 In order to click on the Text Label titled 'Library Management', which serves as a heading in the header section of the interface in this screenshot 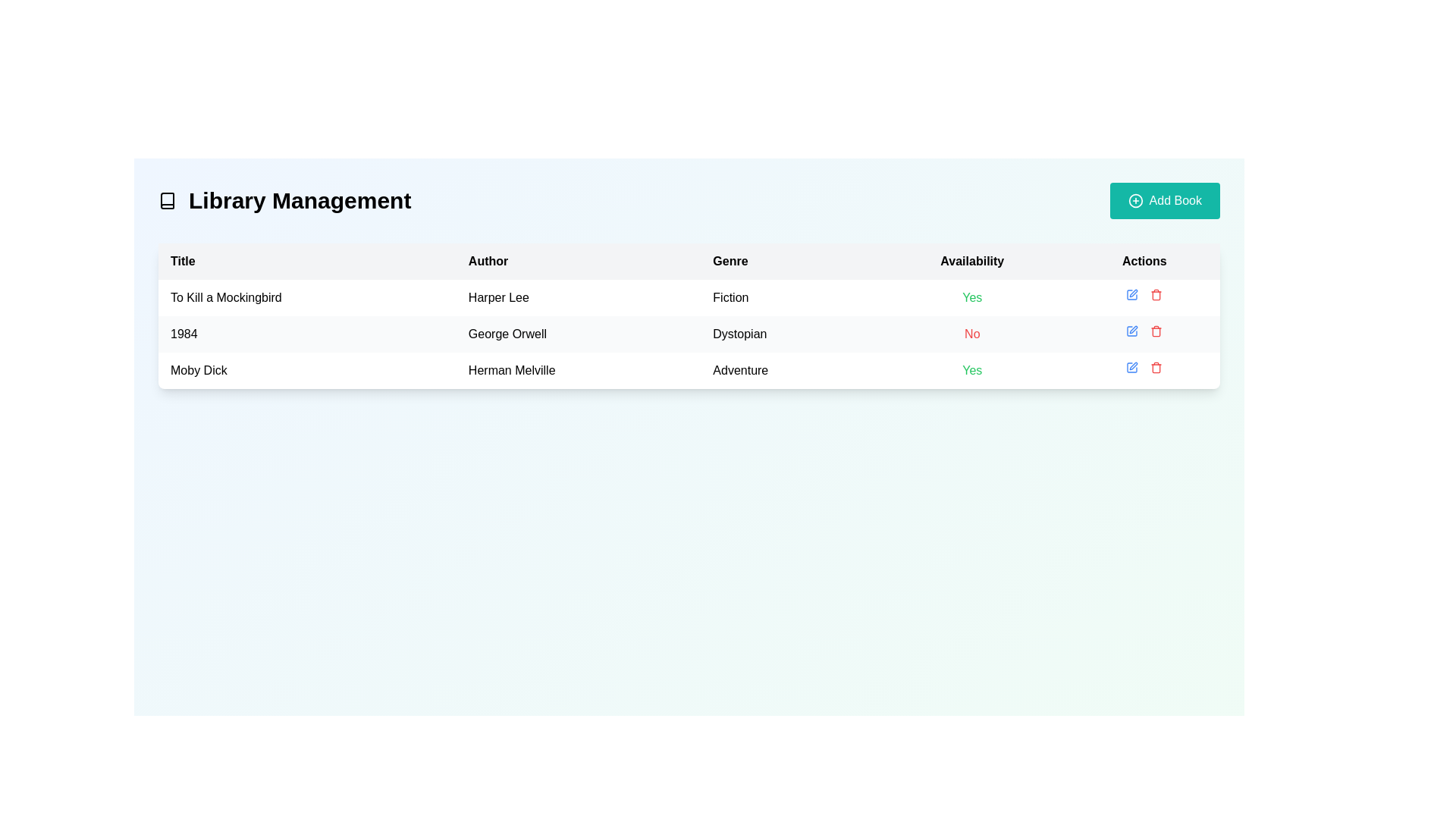, I will do `click(284, 200)`.